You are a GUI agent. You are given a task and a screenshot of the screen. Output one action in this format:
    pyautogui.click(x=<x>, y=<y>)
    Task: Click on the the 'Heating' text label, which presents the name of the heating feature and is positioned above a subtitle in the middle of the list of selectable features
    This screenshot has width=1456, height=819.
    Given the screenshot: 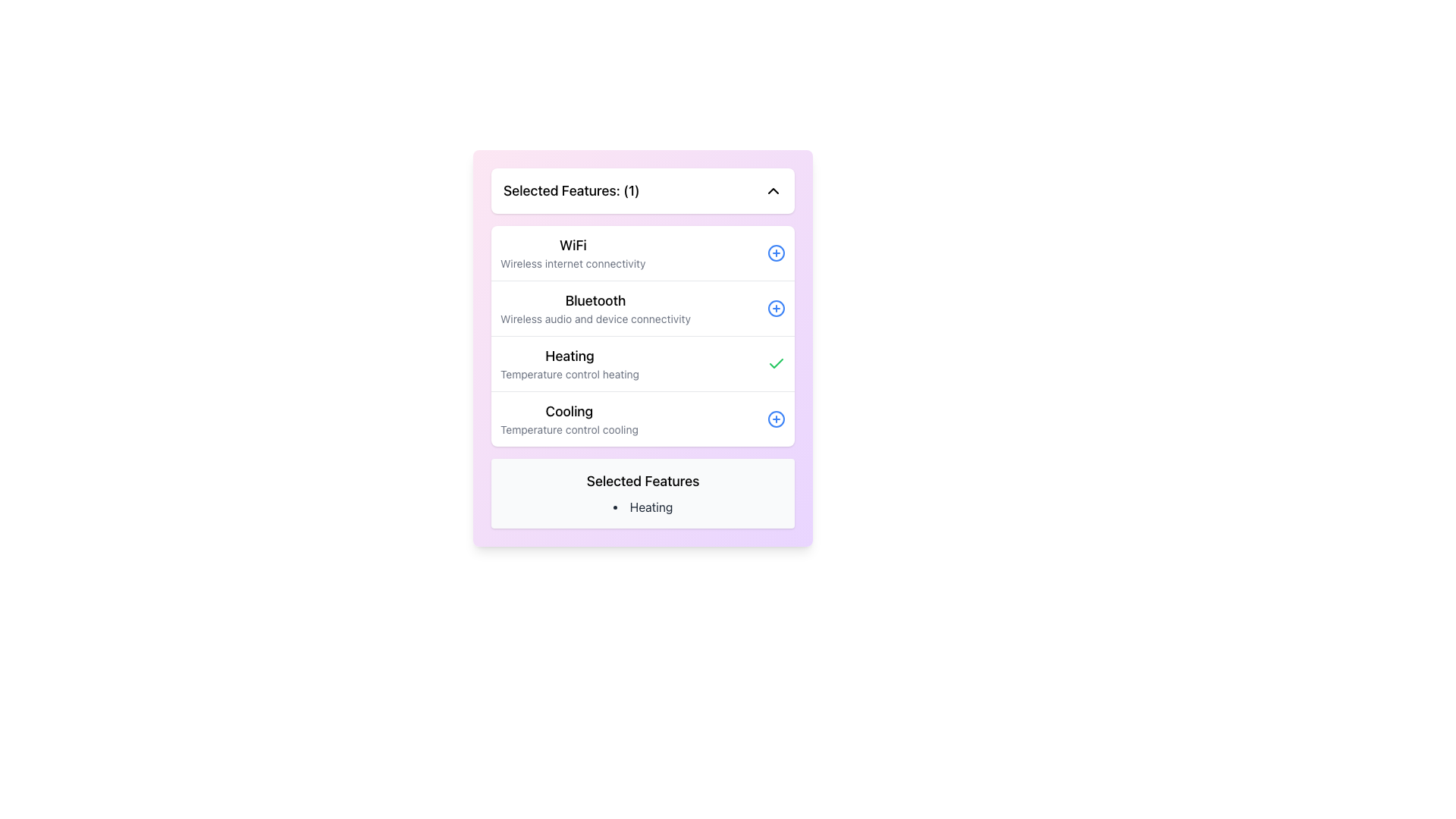 What is the action you would take?
    pyautogui.click(x=569, y=356)
    